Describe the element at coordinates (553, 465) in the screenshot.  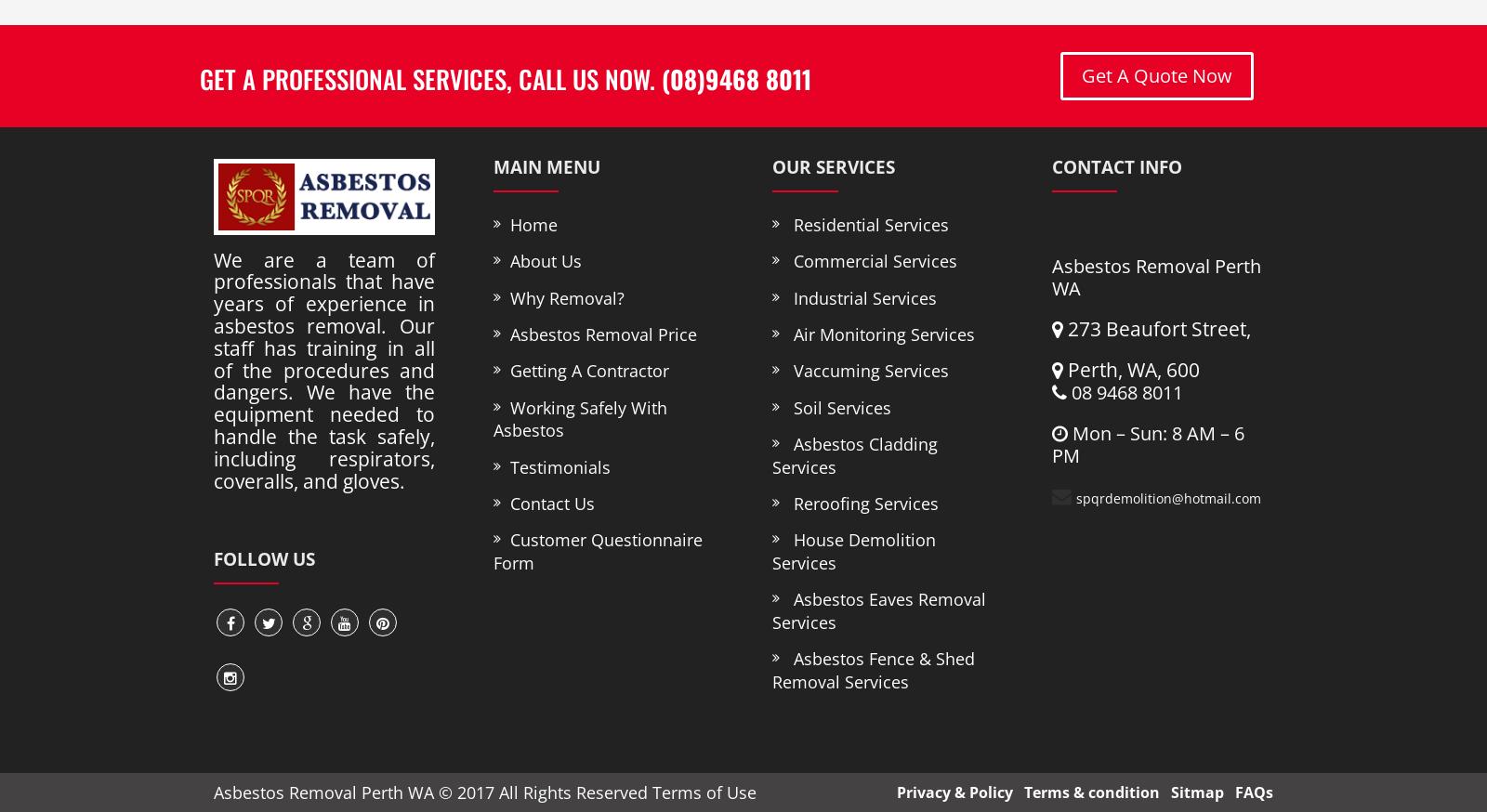
I see `'Testimonials'` at that location.